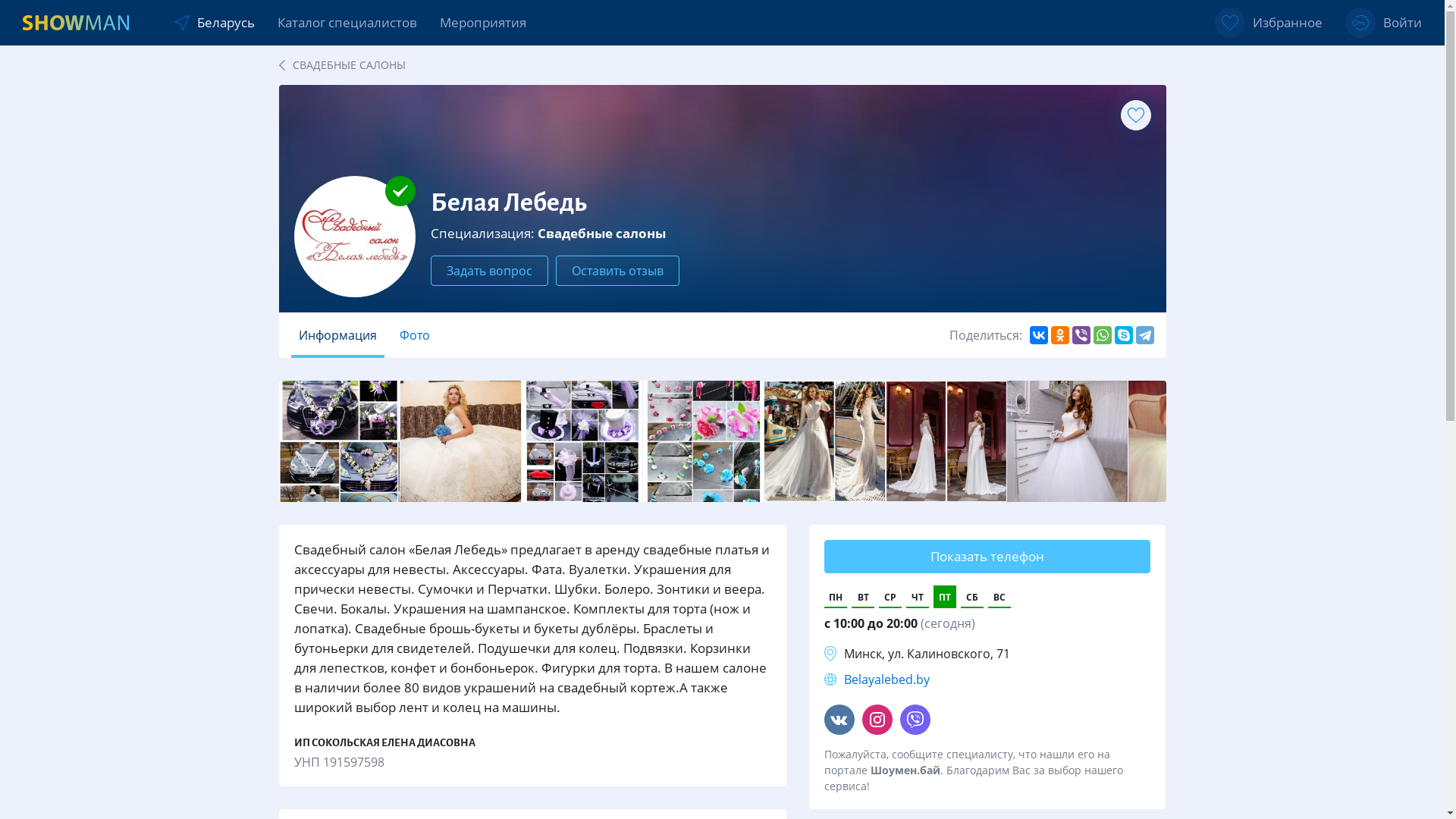 This screenshot has width=1456, height=819. I want to click on 'Viber', so click(1080, 334).